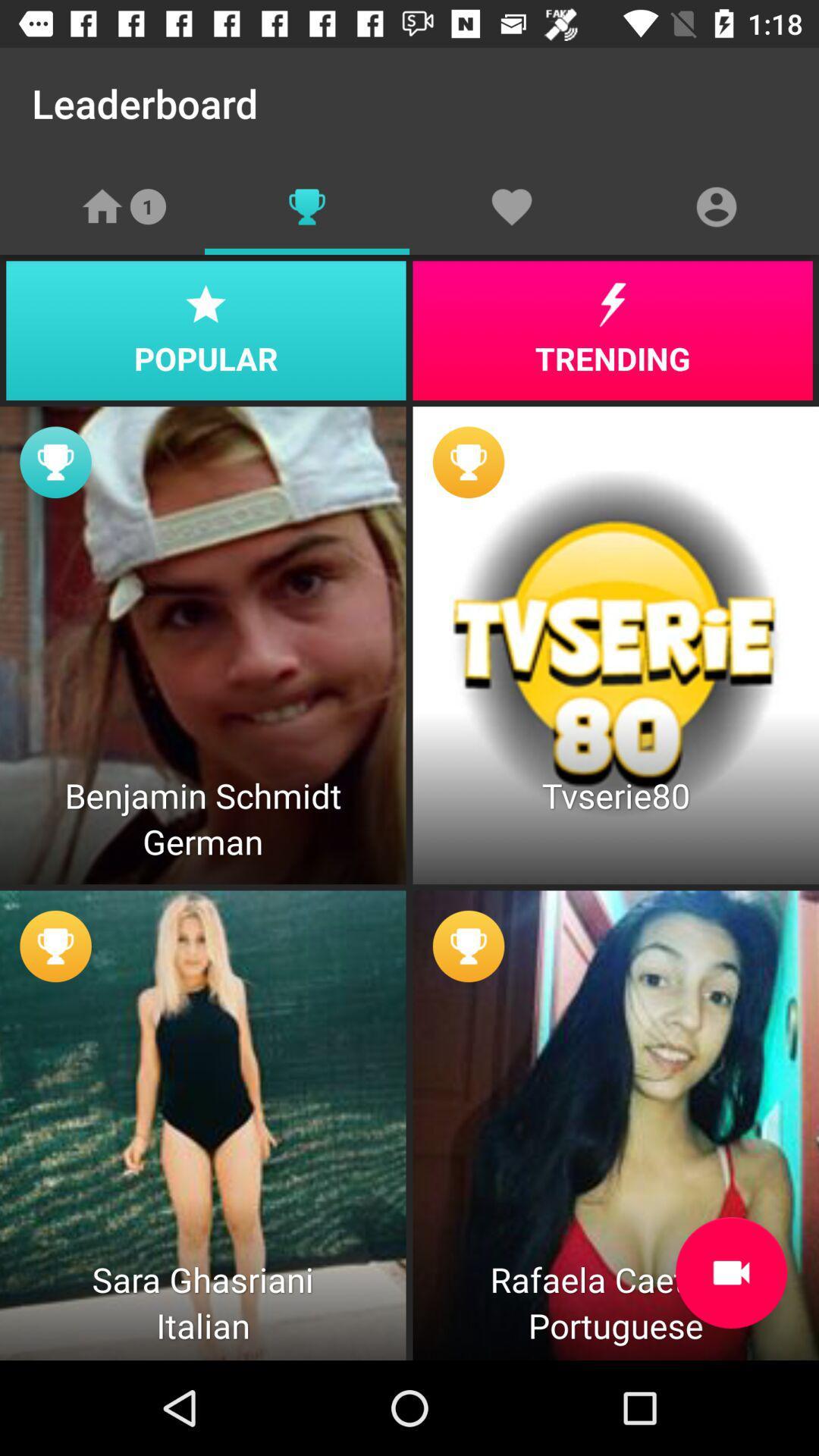 The width and height of the screenshot is (819, 1456). What do you see at coordinates (730, 1272) in the screenshot?
I see `open video camera` at bounding box center [730, 1272].